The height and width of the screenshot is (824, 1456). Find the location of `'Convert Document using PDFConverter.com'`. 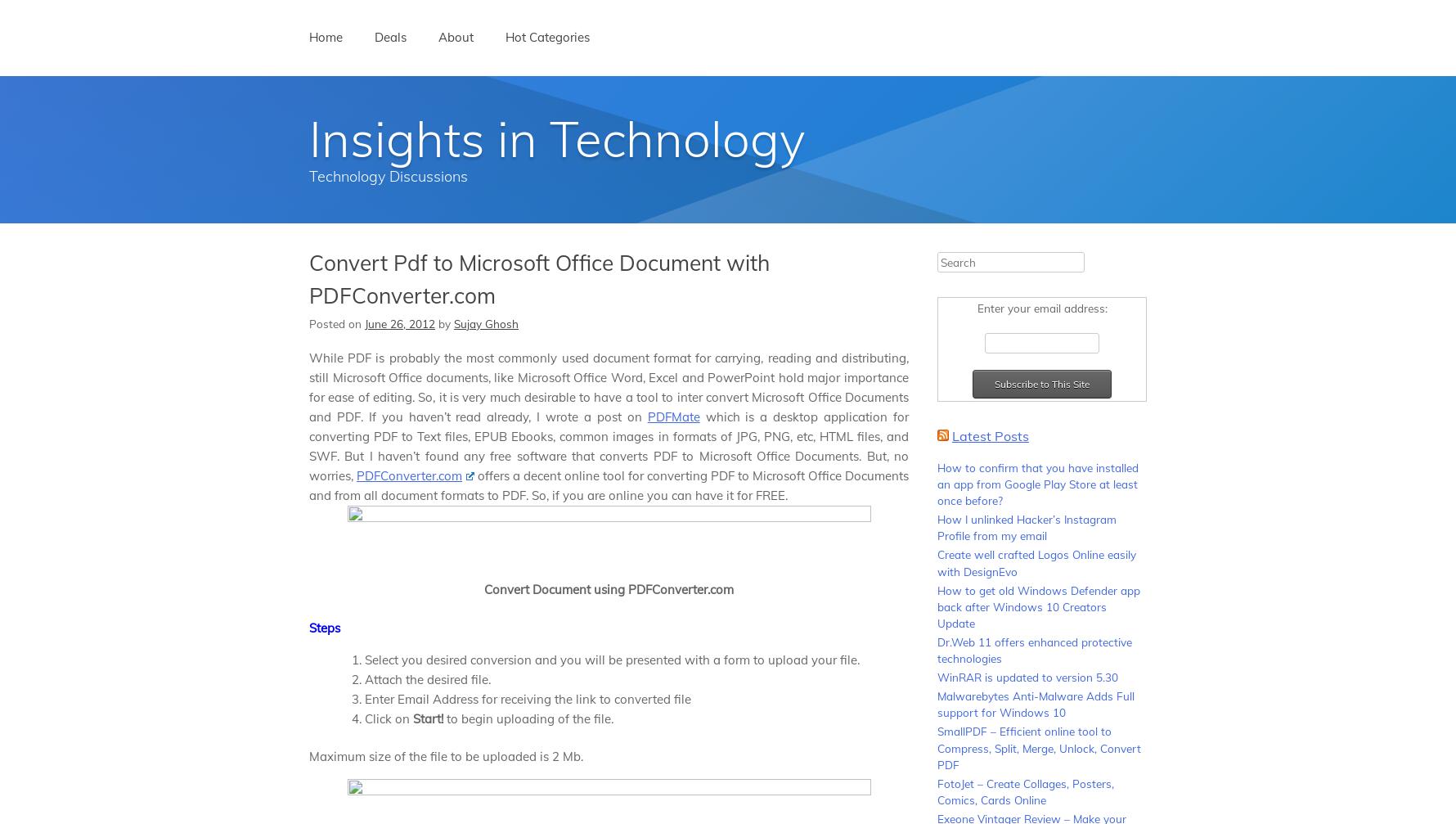

'Convert Document using PDFConverter.com' is located at coordinates (609, 588).